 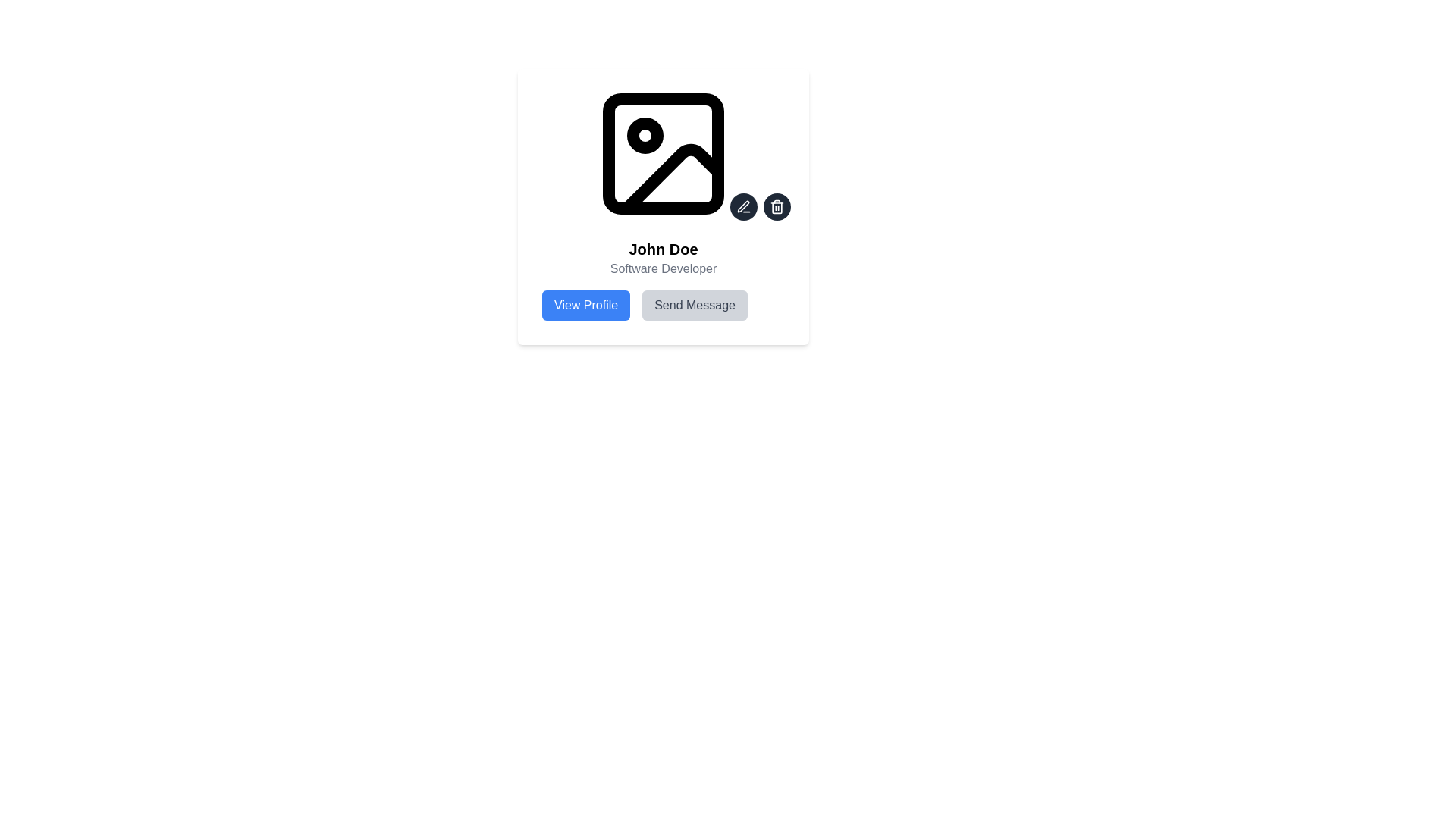 I want to click on the profile view button located directly below the user profile picture and name section to visualize the hover effect, so click(x=585, y=305).